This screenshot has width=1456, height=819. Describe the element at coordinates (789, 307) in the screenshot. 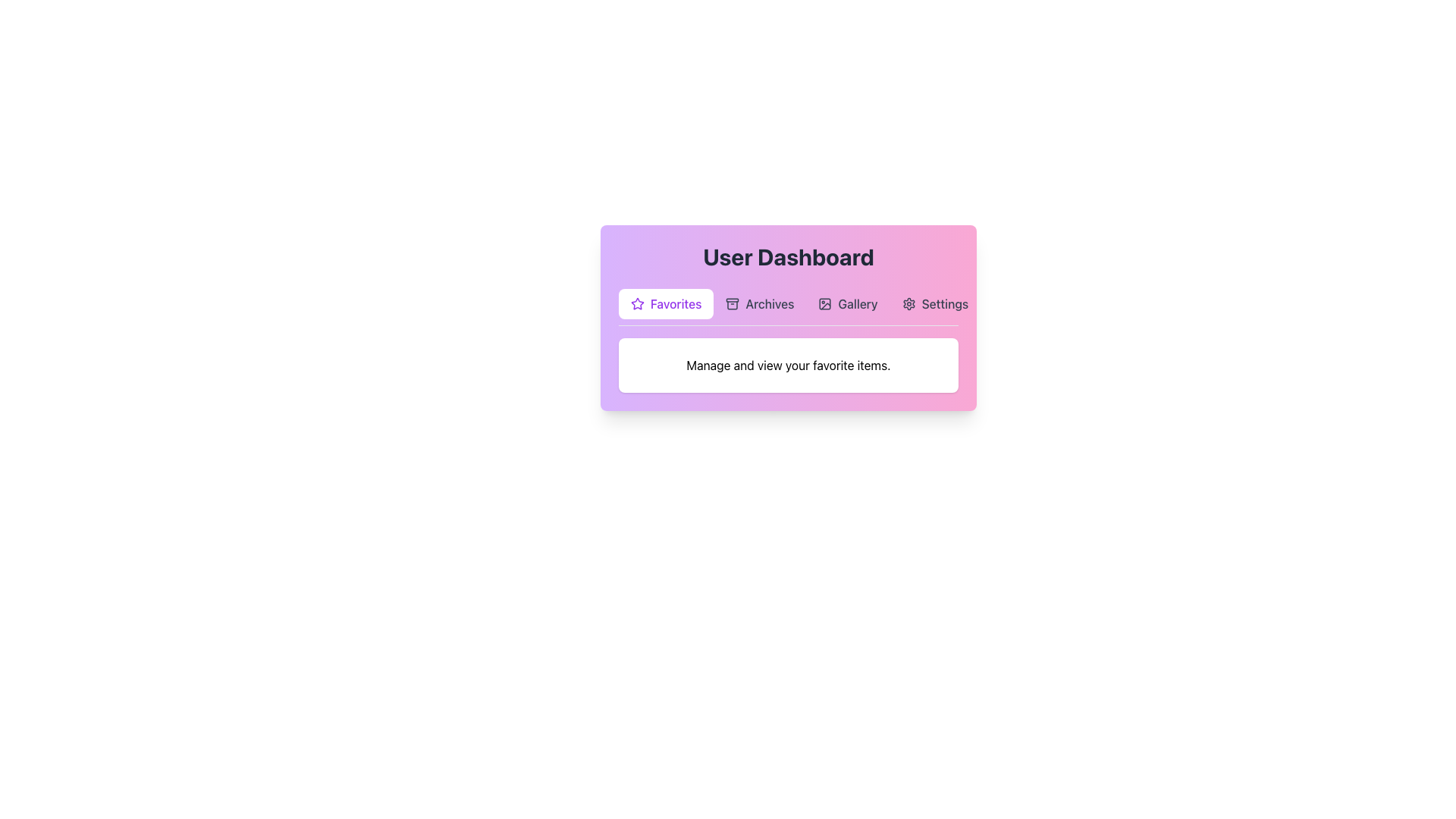

I see `the 'Archives' navigation tab, which is the second tab in the horizontal menu under 'User Dashboard'` at that location.